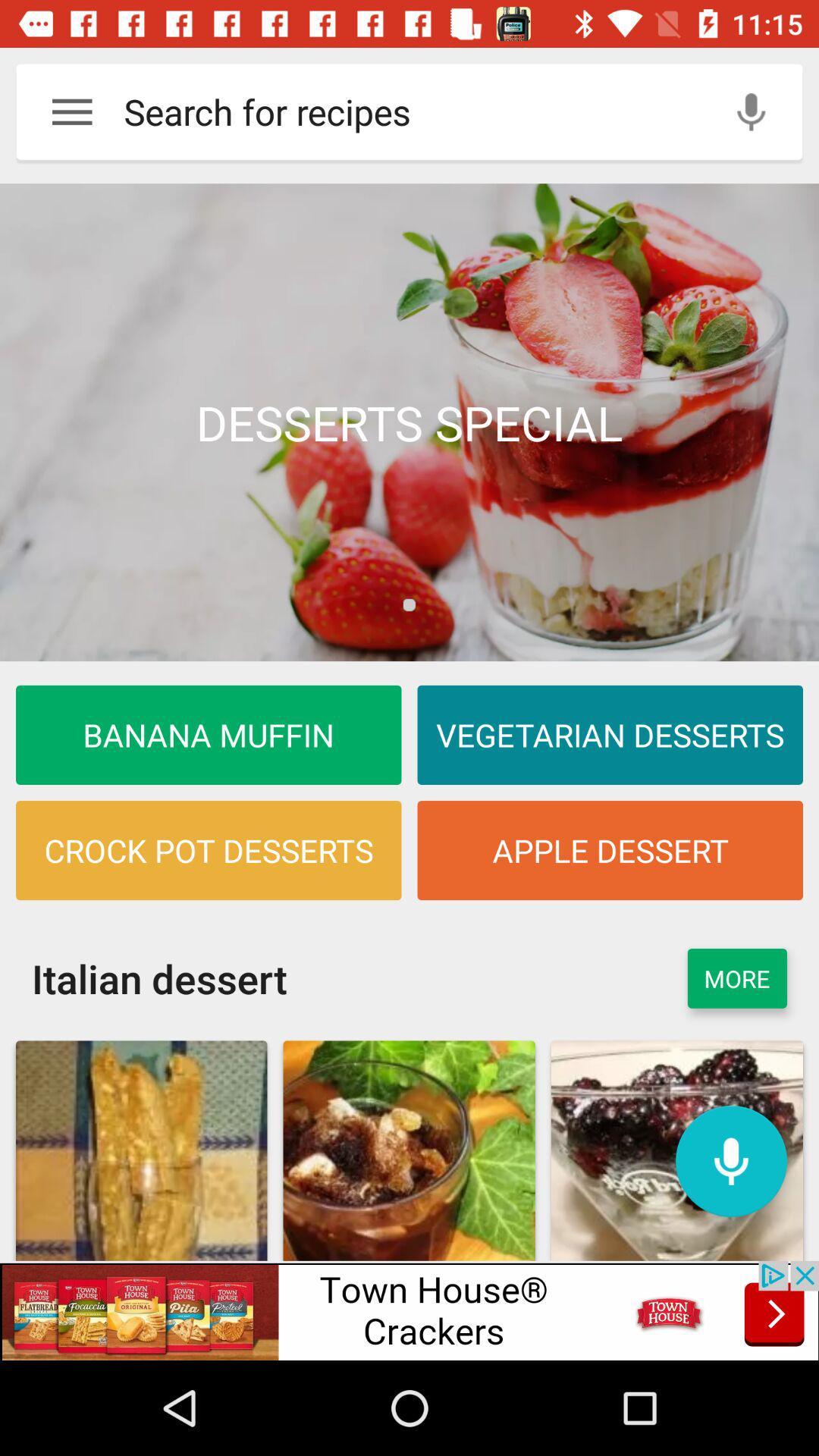  What do you see at coordinates (751, 111) in the screenshot?
I see `to voice` at bounding box center [751, 111].